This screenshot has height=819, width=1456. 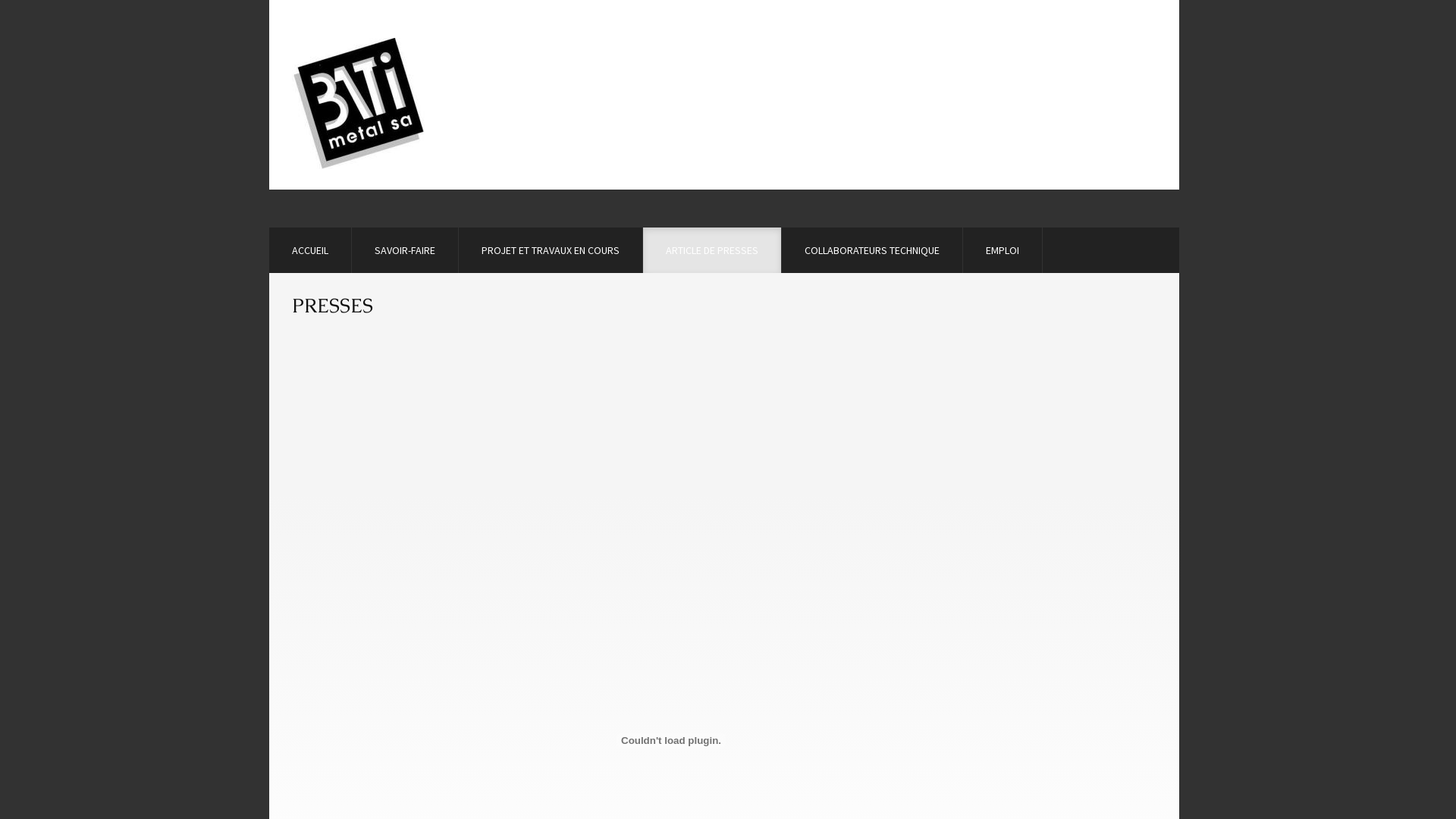 I want to click on 'COLLABORATEURS TECHNIQUE', so click(x=872, y=249).